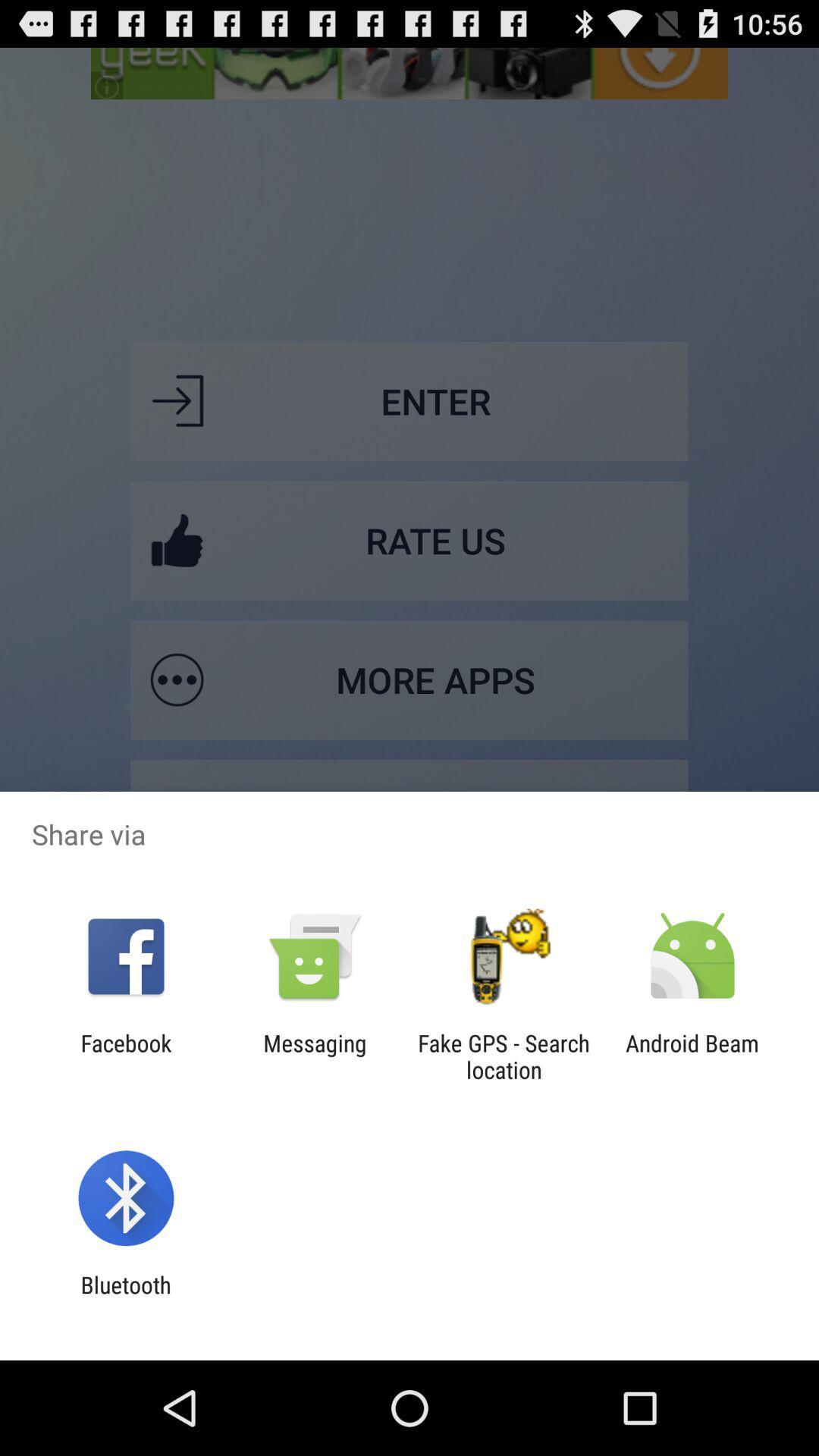 This screenshot has height=1456, width=819. Describe the element at coordinates (692, 1056) in the screenshot. I see `the app next to fake gps search item` at that location.